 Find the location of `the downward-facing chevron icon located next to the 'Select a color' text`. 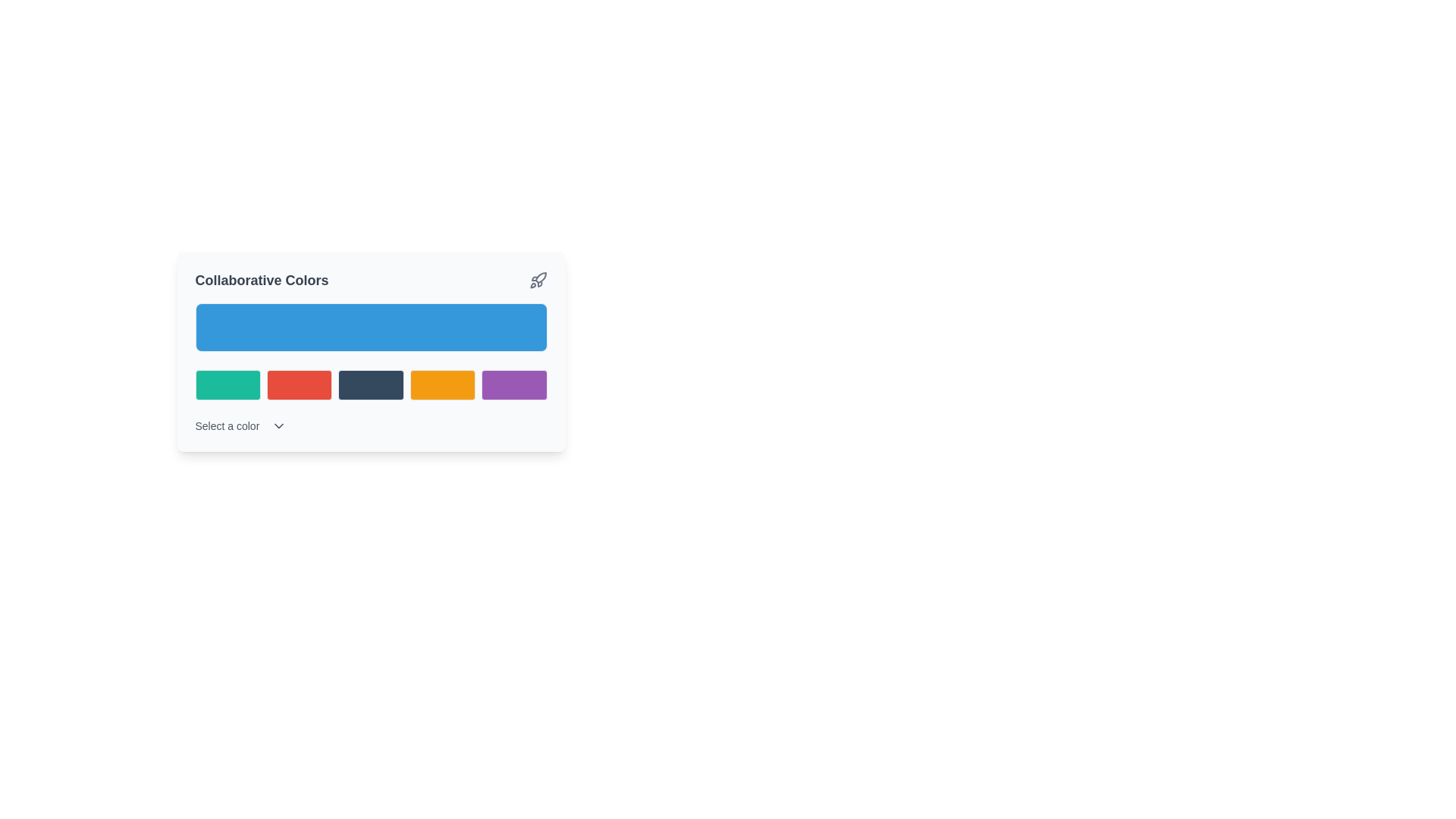

the downward-facing chevron icon located next to the 'Select a color' text is located at coordinates (279, 426).